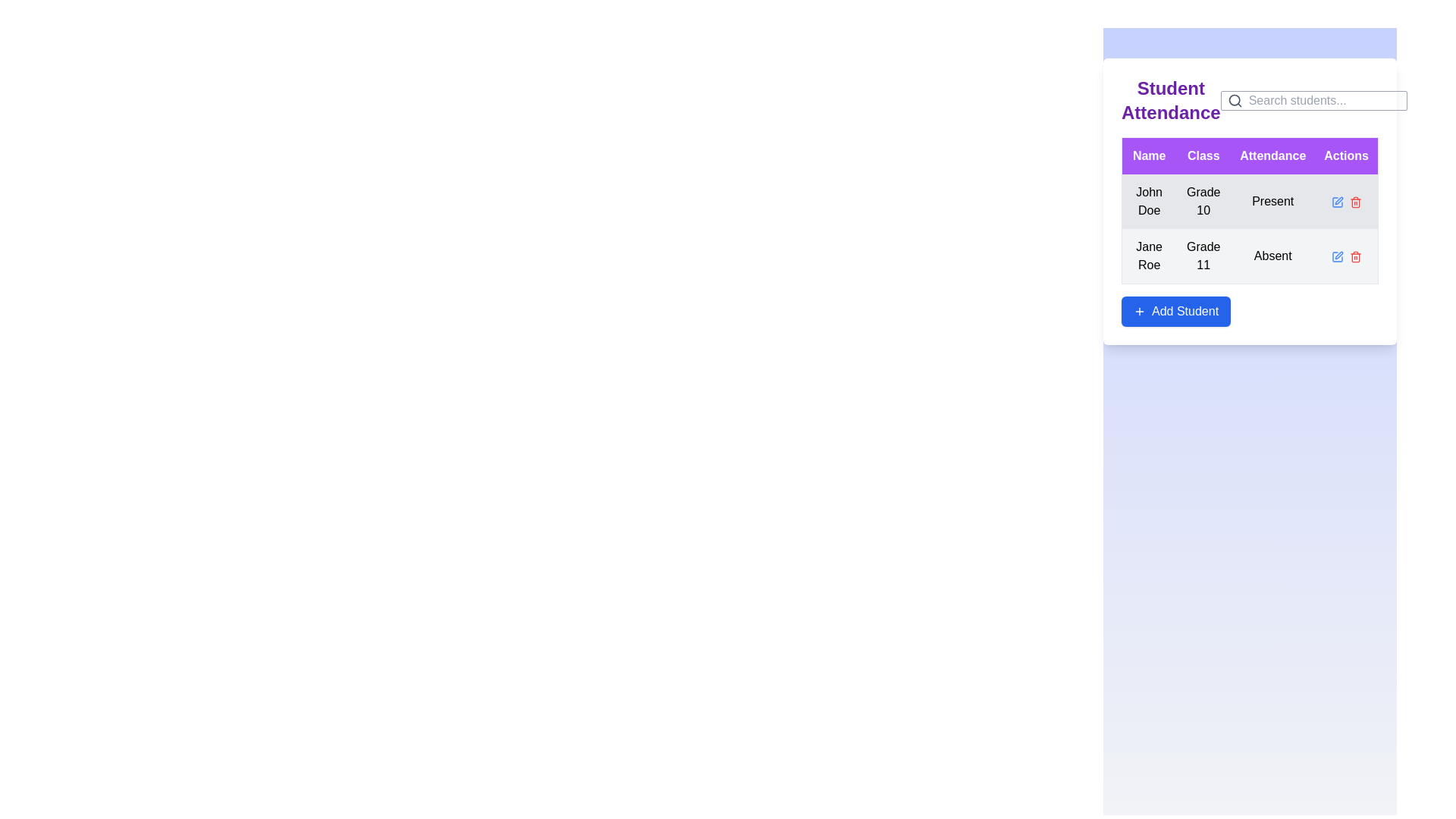 Image resolution: width=1456 pixels, height=819 pixels. What do you see at coordinates (1203, 256) in the screenshot?
I see `the static text element displaying 'Grade 11' which is bold and centered in the 'Class' column of the table for the row corresponding to 'Jane Roe'` at bounding box center [1203, 256].